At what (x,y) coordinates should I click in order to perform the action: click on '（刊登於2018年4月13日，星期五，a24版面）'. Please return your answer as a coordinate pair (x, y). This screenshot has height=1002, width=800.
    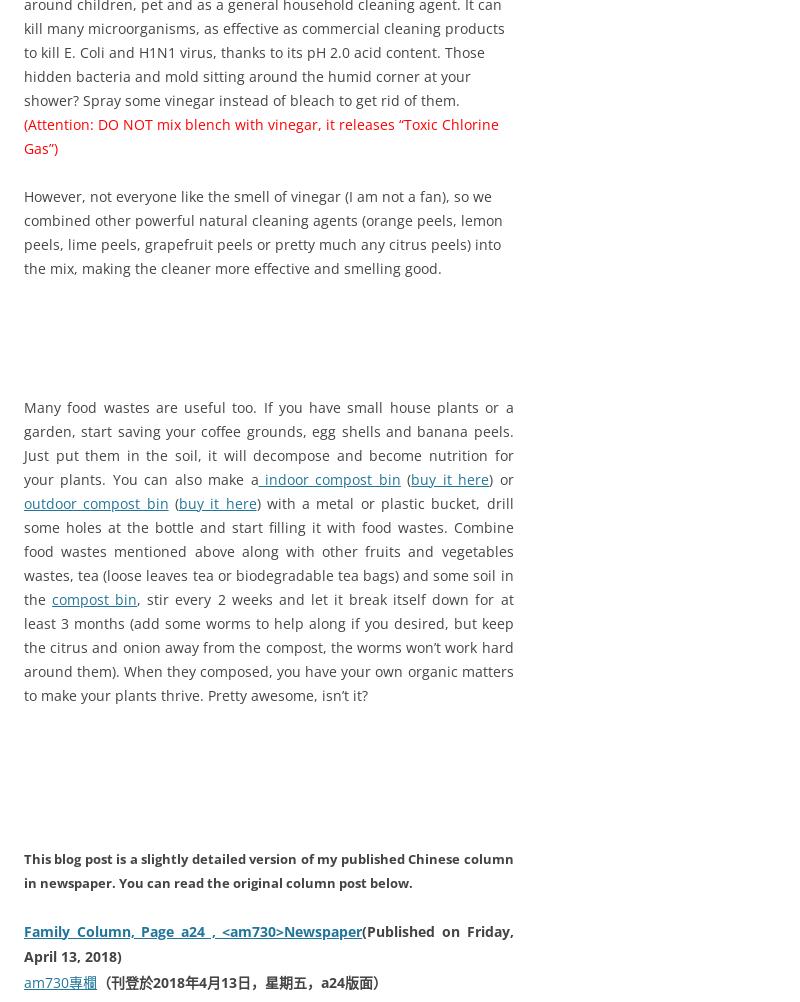
    Looking at the image, I should click on (241, 981).